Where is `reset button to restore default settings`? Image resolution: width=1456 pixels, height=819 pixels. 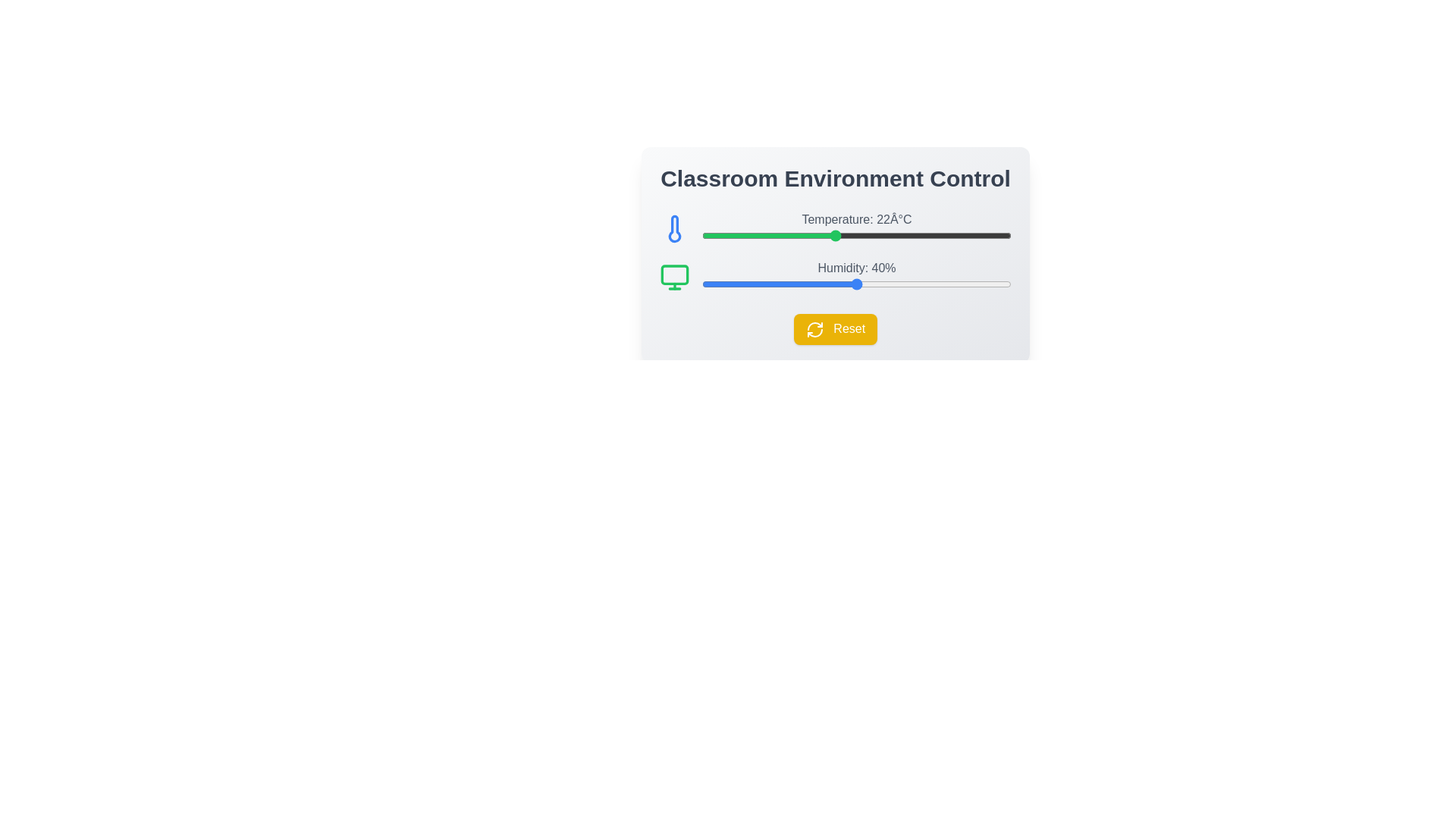 reset button to restore default settings is located at coordinates (835, 328).